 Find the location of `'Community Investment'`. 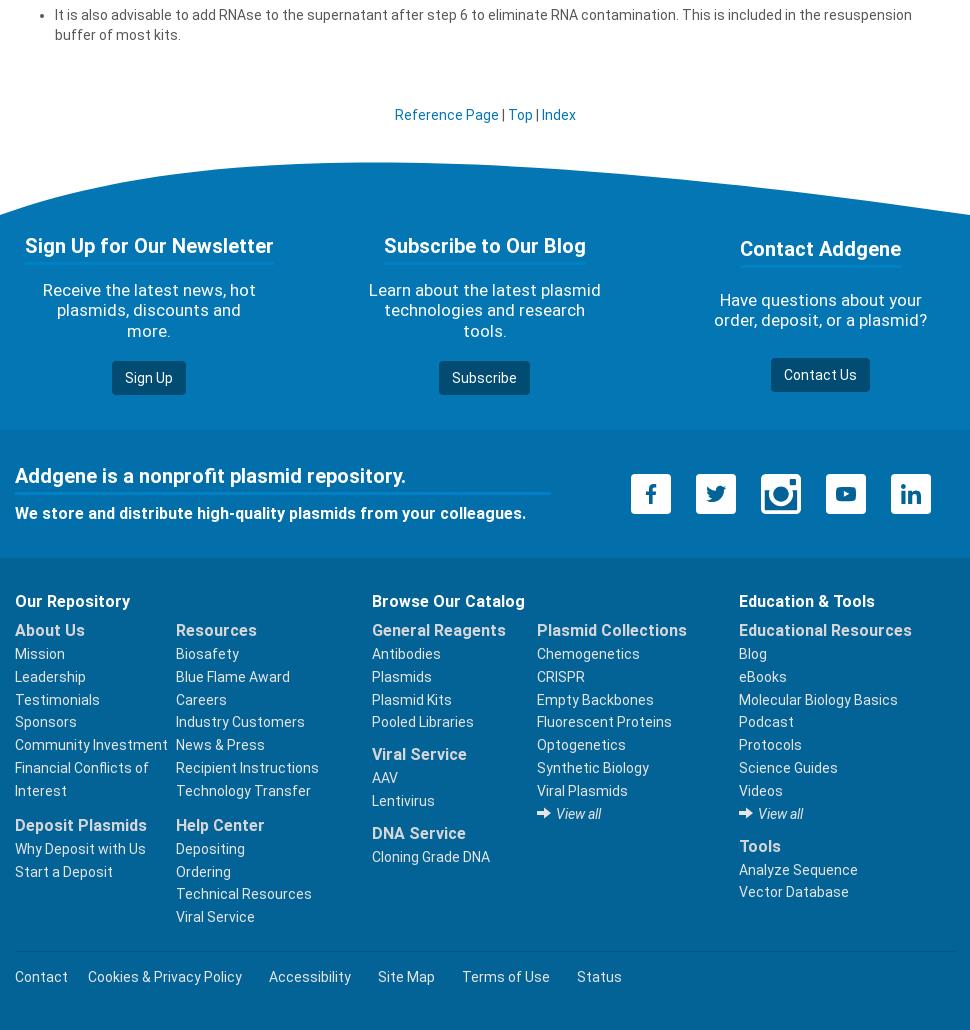

'Community Investment' is located at coordinates (90, 744).